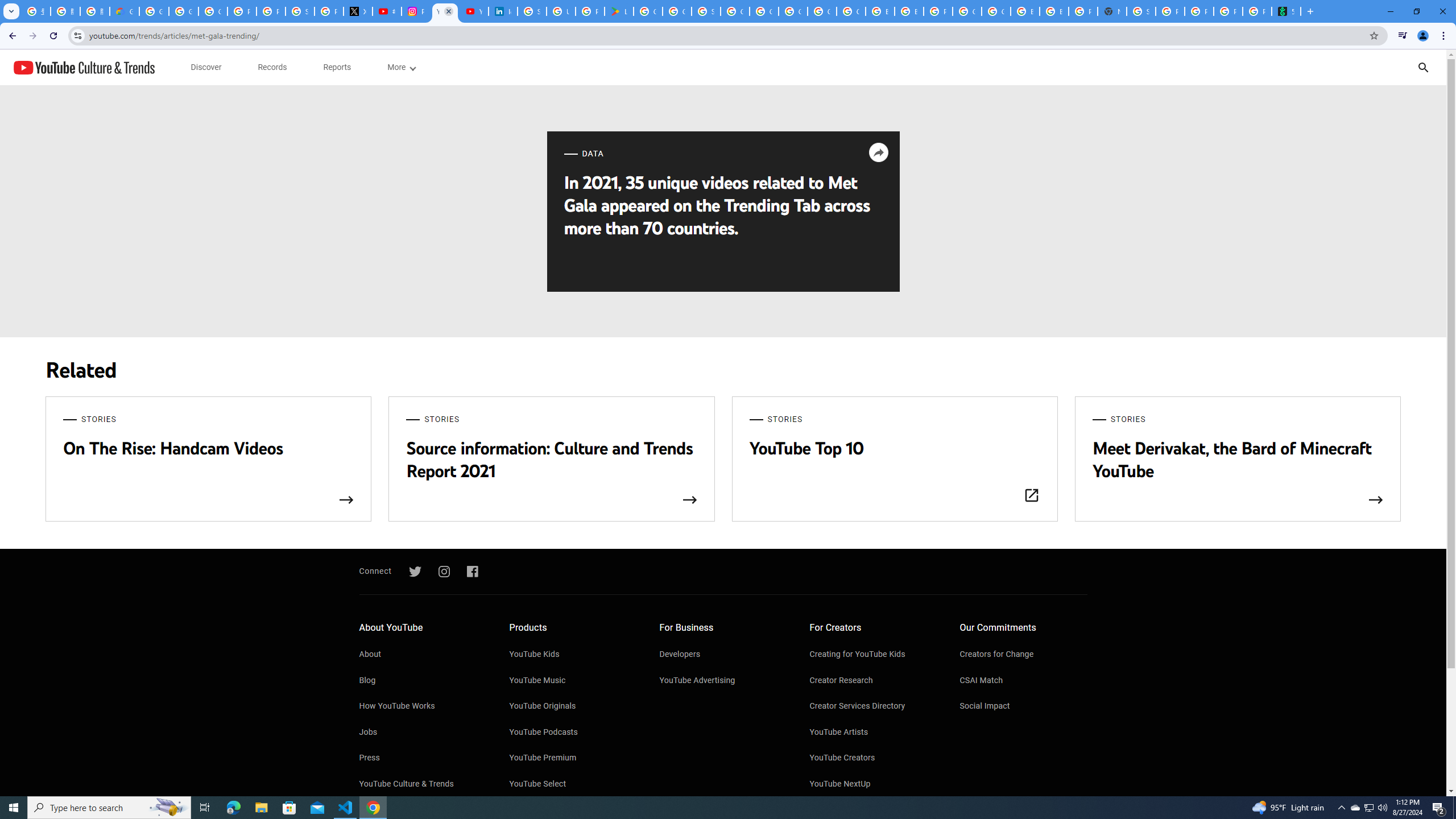 This screenshot has height=819, width=1456. I want to click on 'Twitter', so click(415, 571).